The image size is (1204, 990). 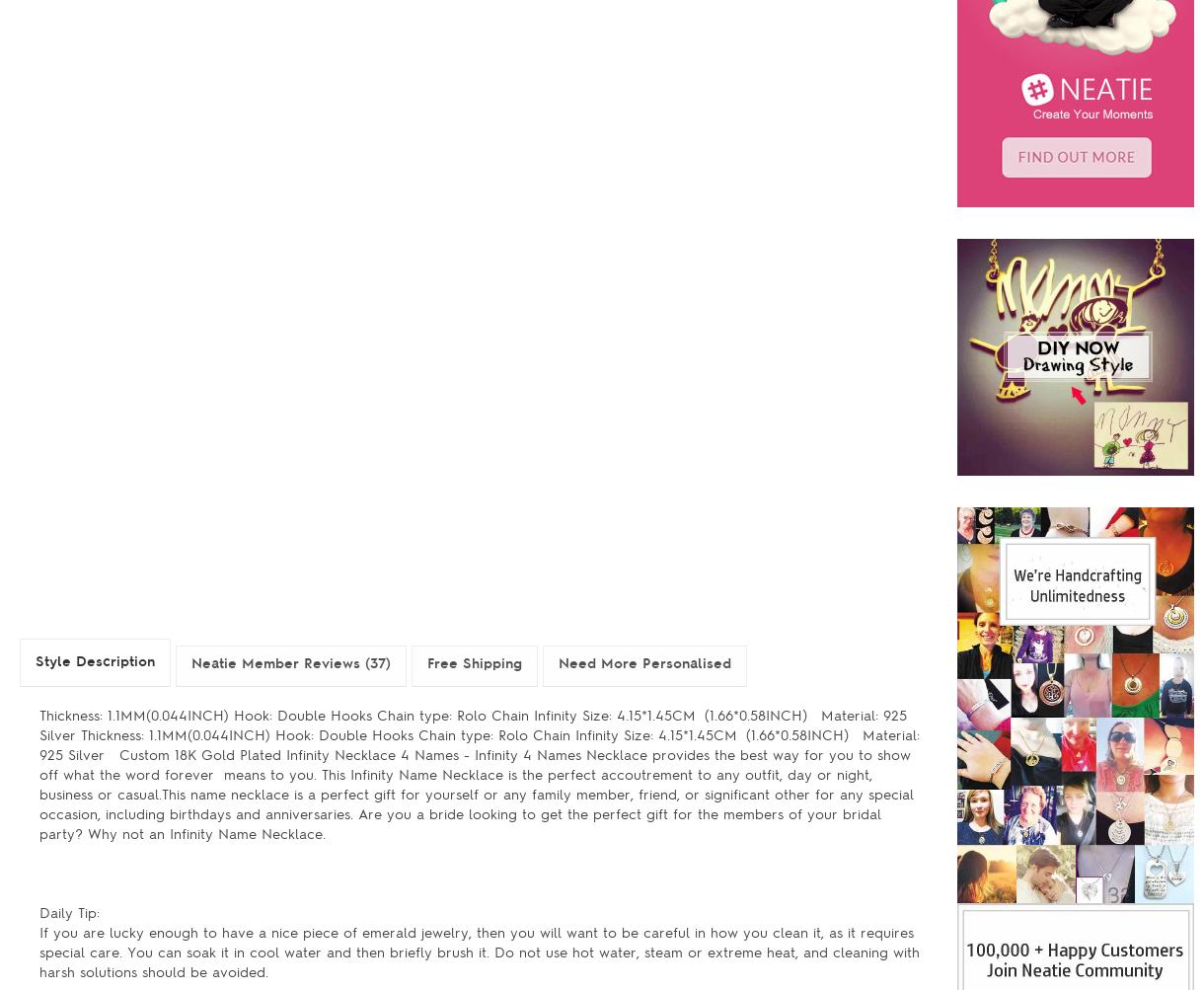 I want to click on 'Need More Personalised', so click(x=644, y=663).